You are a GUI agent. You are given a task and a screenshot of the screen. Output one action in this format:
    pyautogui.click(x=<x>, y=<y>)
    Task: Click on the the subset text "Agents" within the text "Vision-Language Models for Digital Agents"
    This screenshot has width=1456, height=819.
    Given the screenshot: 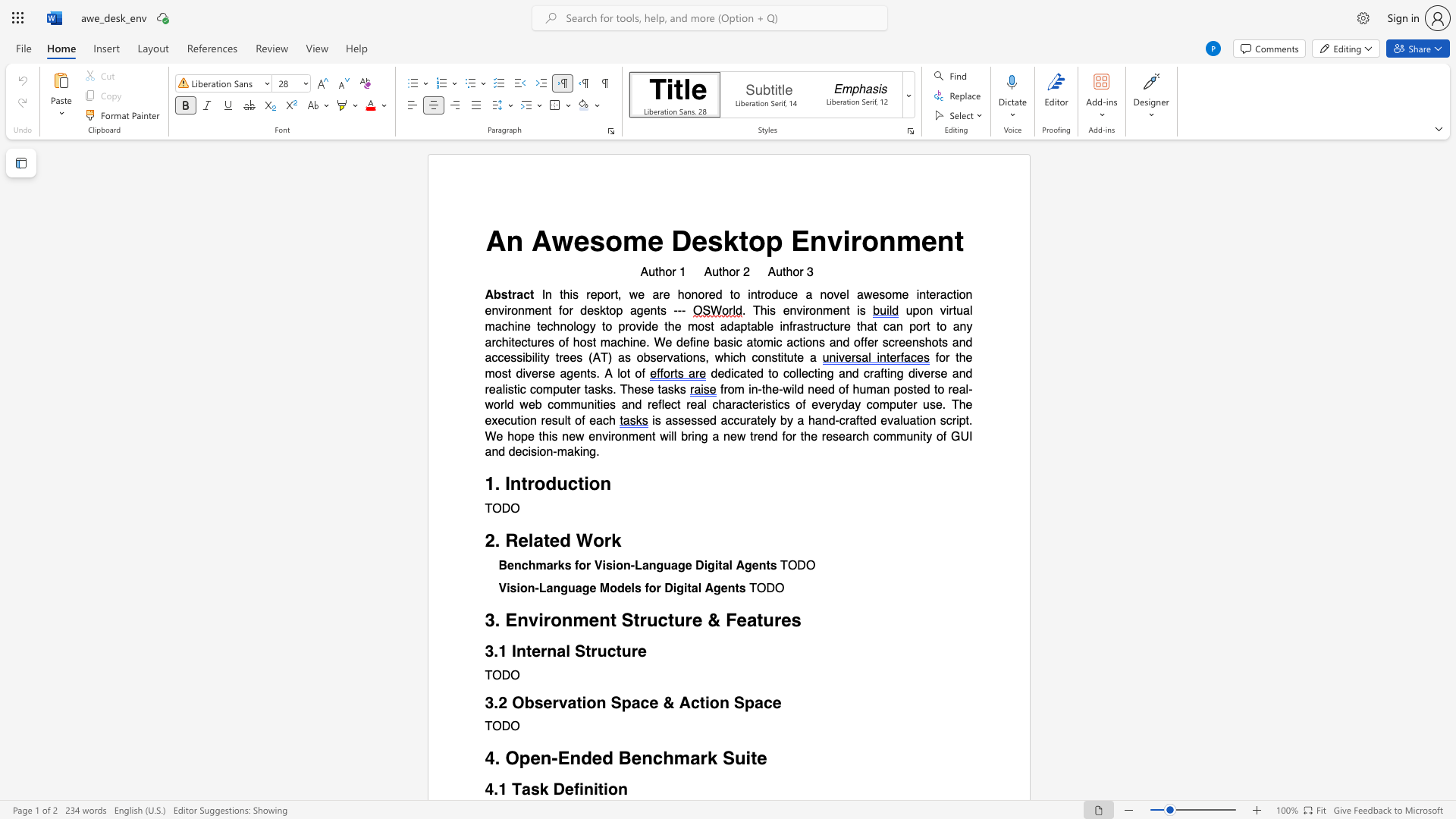 What is the action you would take?
    pyautogui.click(x=704, y=588)
    